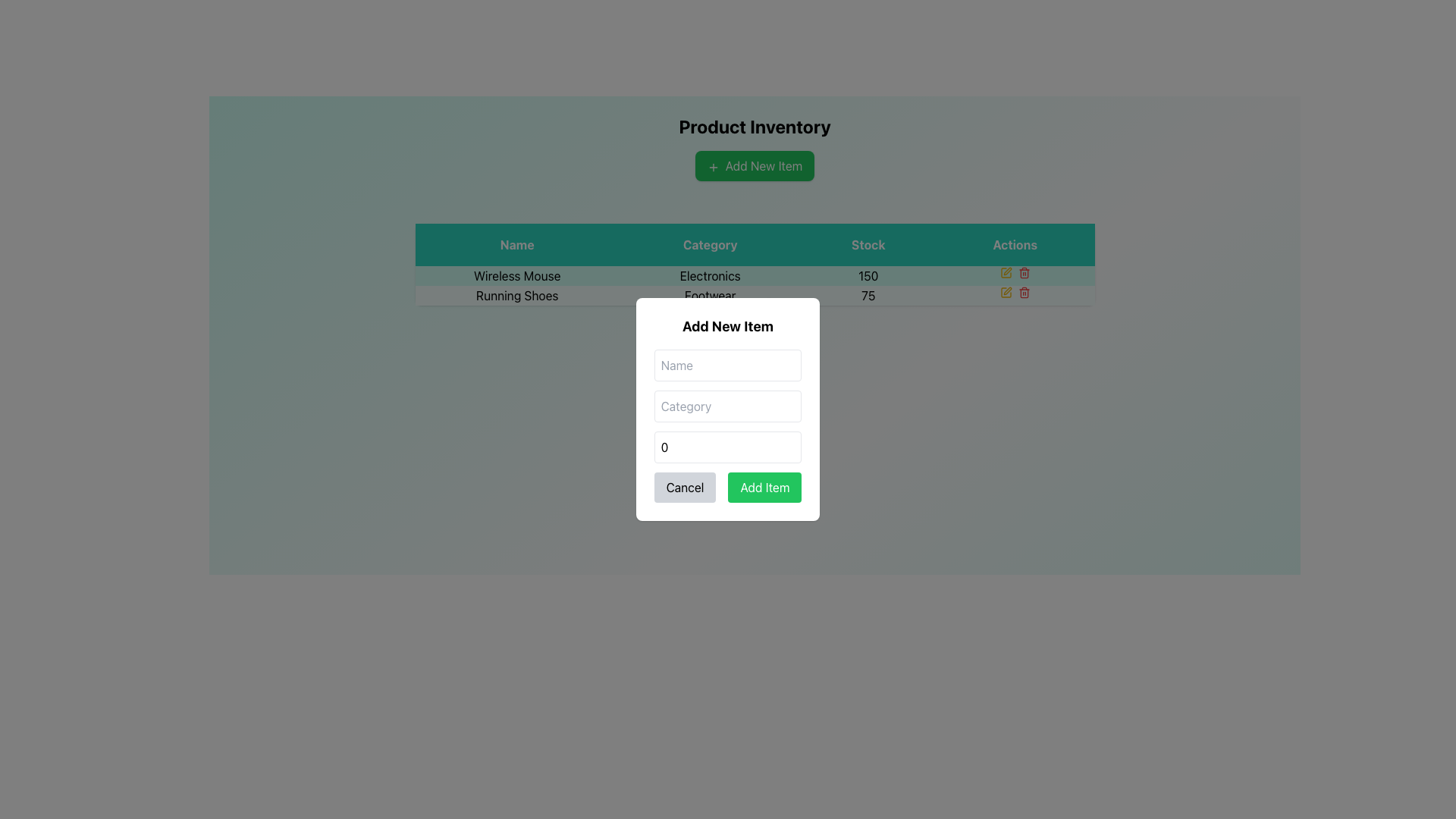 The height and width of the screenshot is (819, 1456). Describe the element at coordinates (709, 275) in the screenshot. I see `text label indicating the category of the item 'Wireless Mouse' located in the grid under the 'Category' column` at that location.